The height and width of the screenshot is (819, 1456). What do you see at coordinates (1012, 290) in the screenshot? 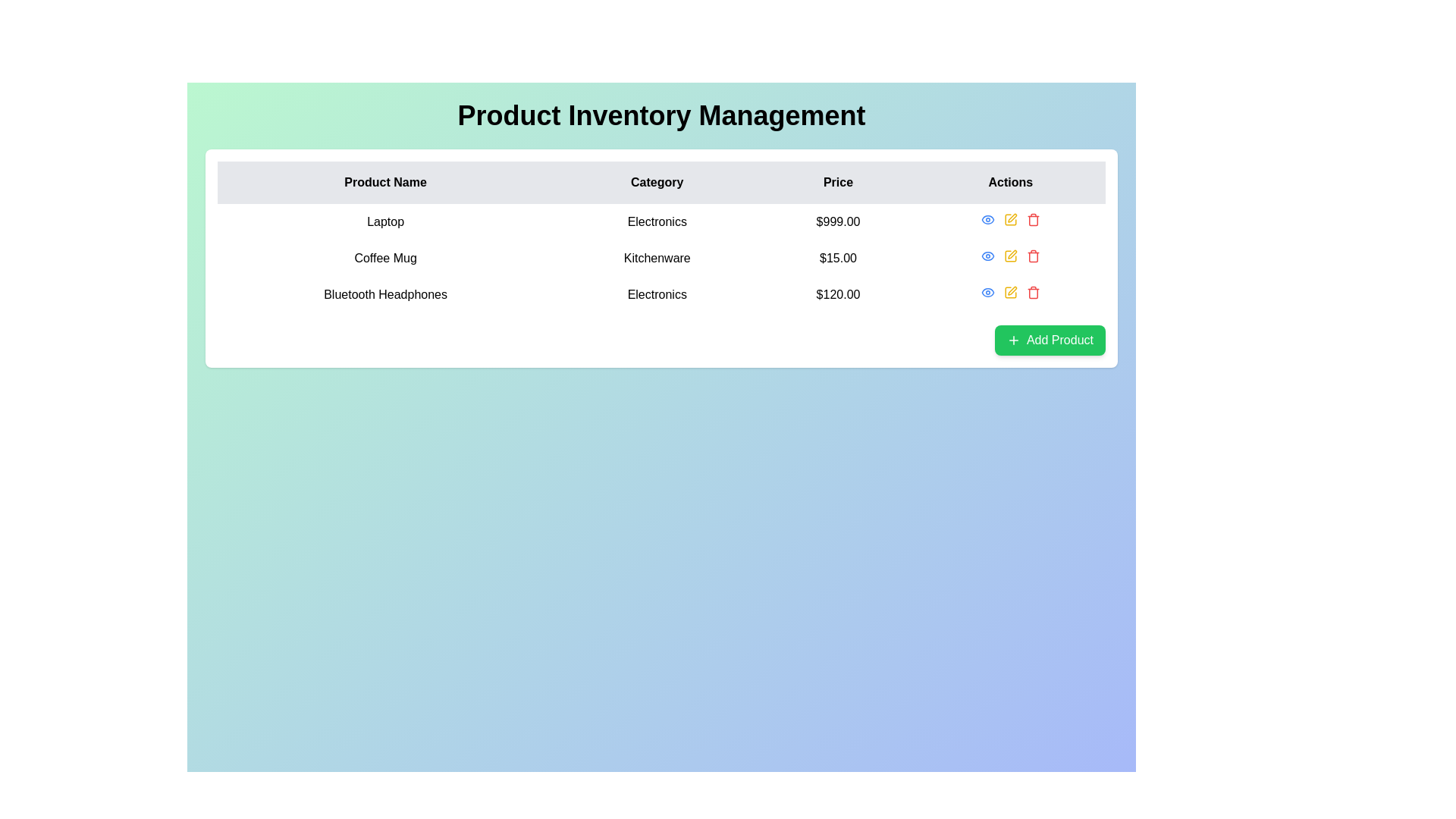
I see `the 'edit' icon button located in the Actions column of the product 'Bluetooth Headphones'` at bounding box center [1012, 290].